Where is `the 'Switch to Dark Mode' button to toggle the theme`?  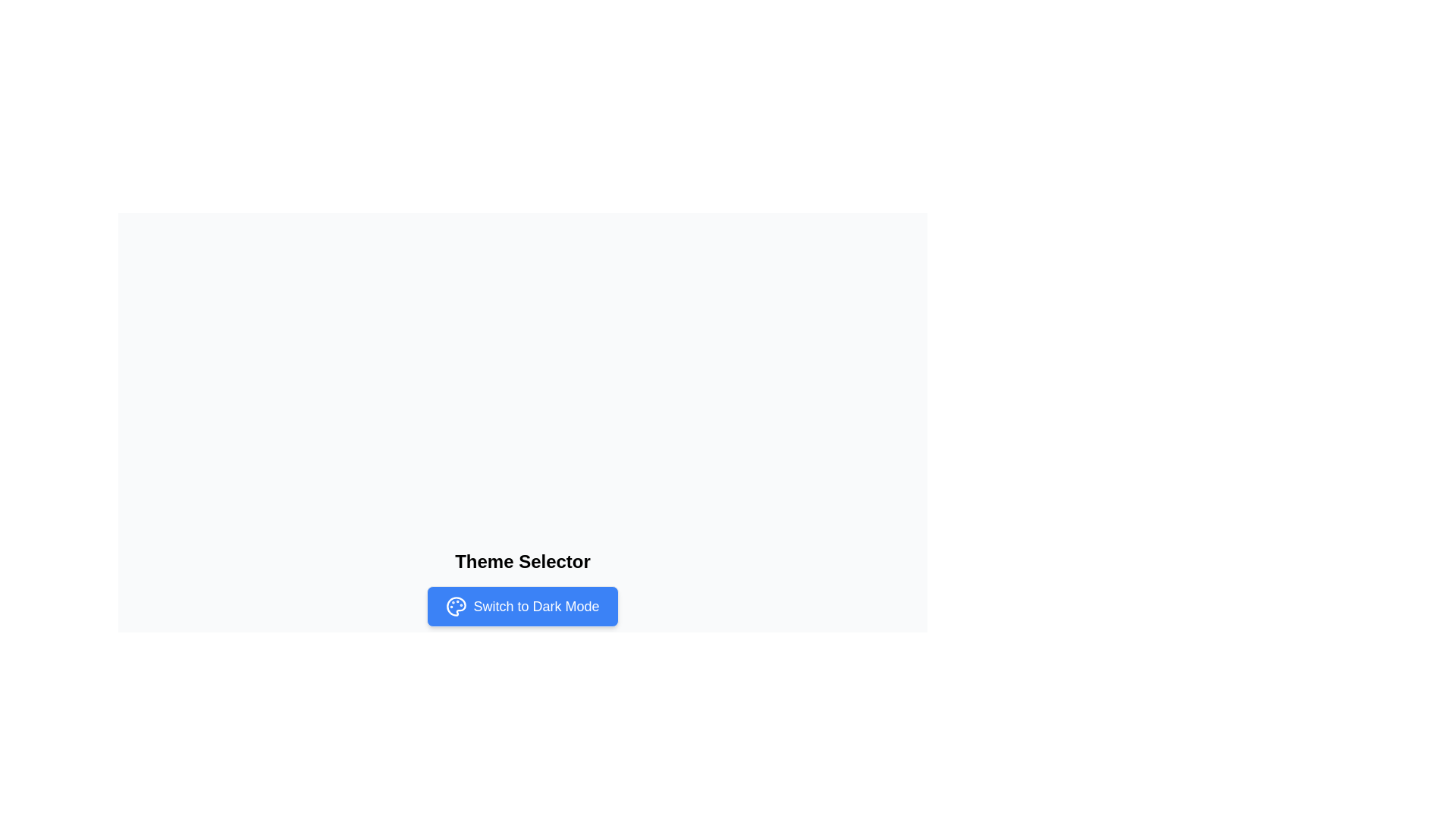
the 'Switch to Dark Mode' button to toggle the theme is located at coordinates (522, 605).